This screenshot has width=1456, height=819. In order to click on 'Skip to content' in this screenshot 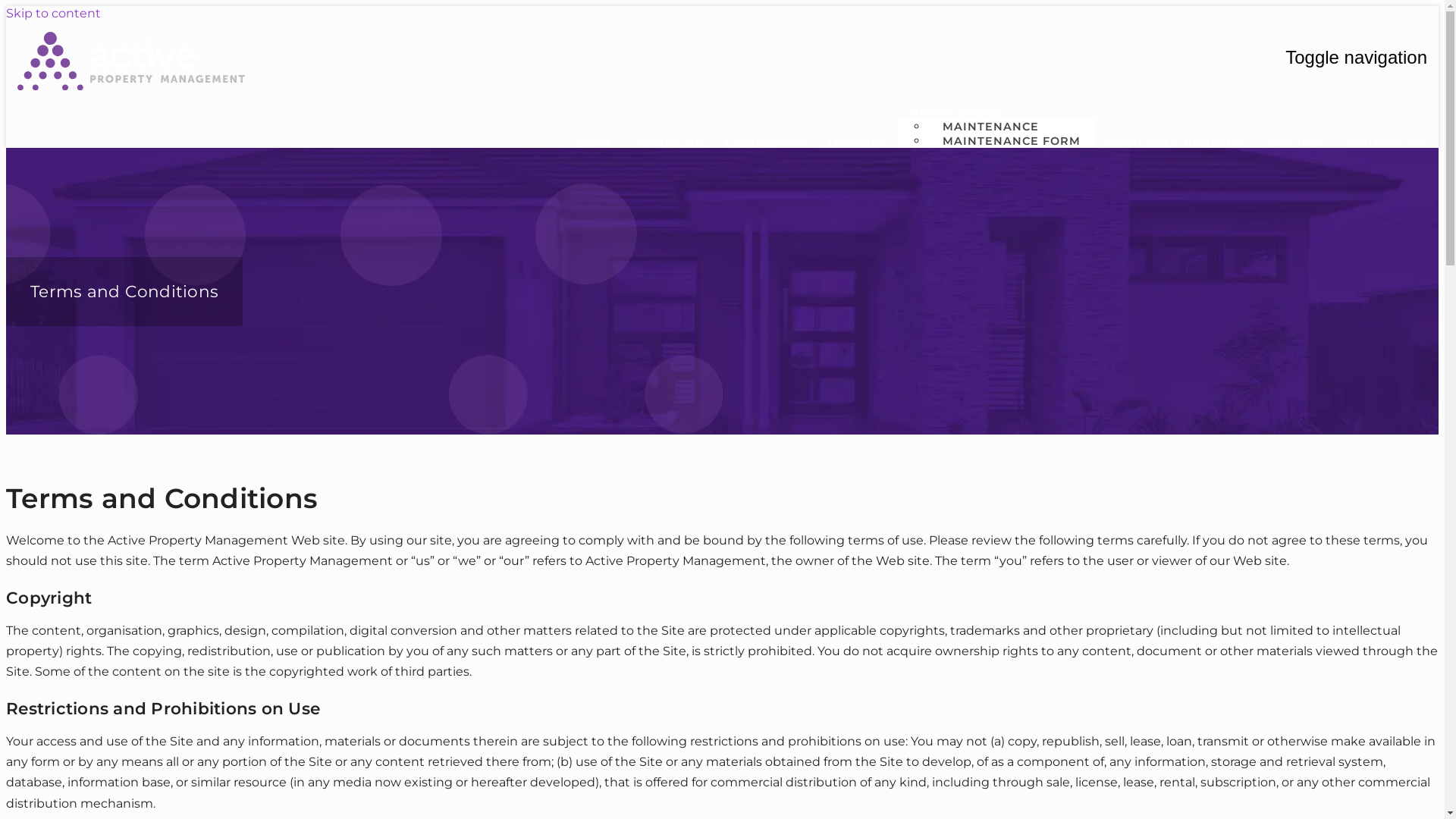, I will do `click(53, 13)`.